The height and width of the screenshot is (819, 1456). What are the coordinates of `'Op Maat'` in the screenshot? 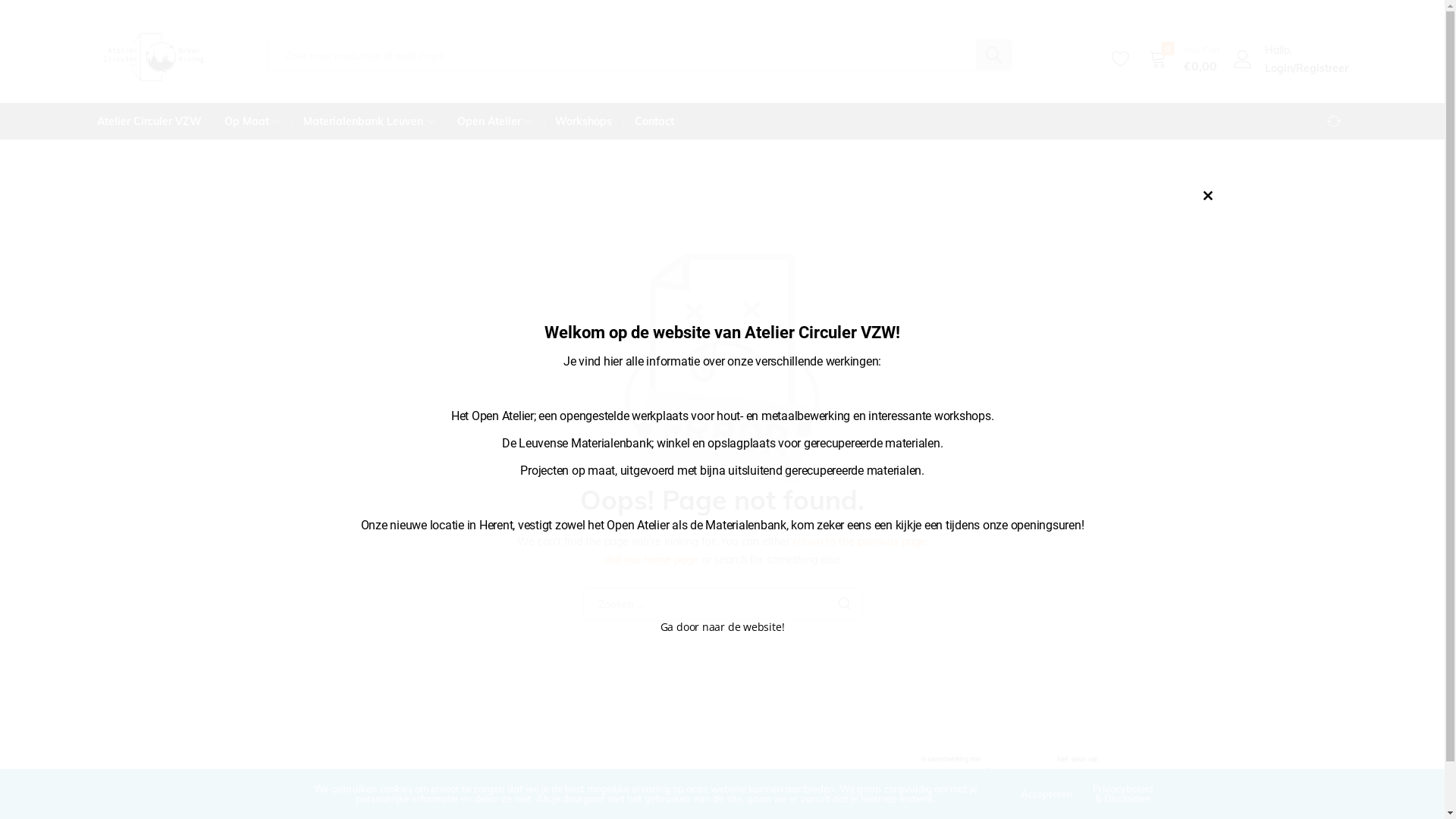 It's located at (251, 120).